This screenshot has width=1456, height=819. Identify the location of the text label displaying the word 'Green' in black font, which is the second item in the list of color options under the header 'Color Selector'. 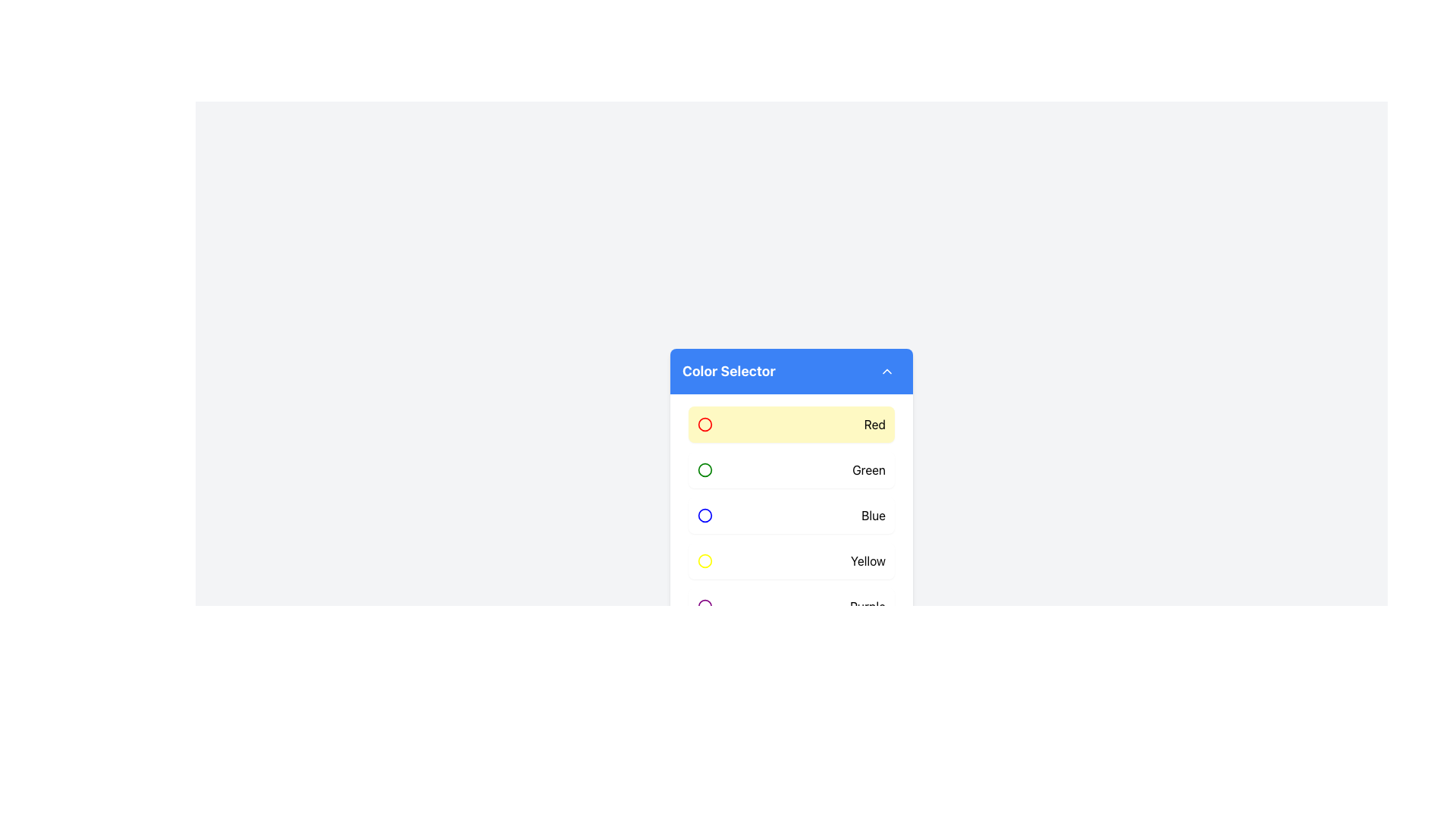
(869, 469).